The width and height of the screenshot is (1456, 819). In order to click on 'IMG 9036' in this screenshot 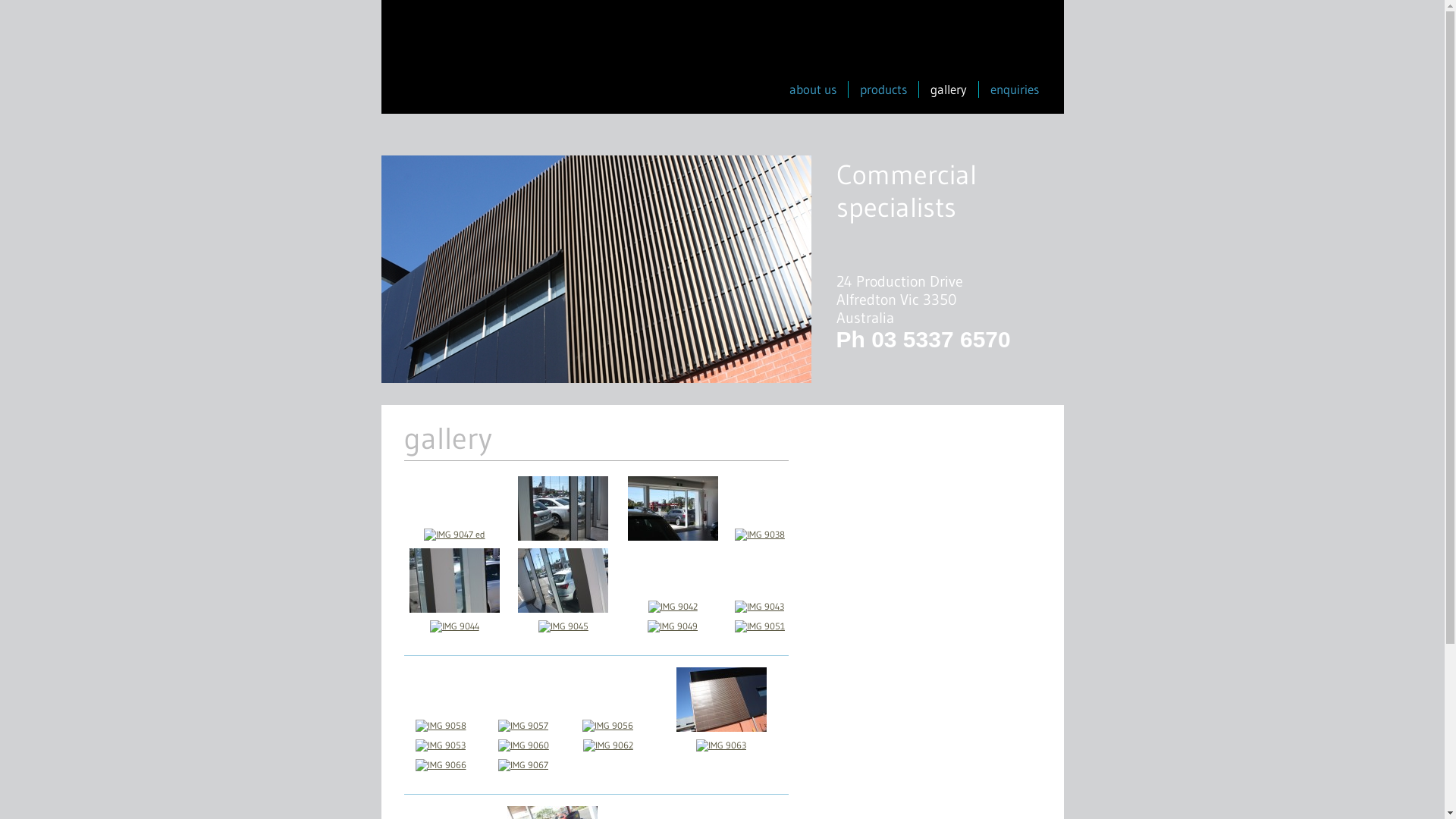, I will do `click(517, 534)`.